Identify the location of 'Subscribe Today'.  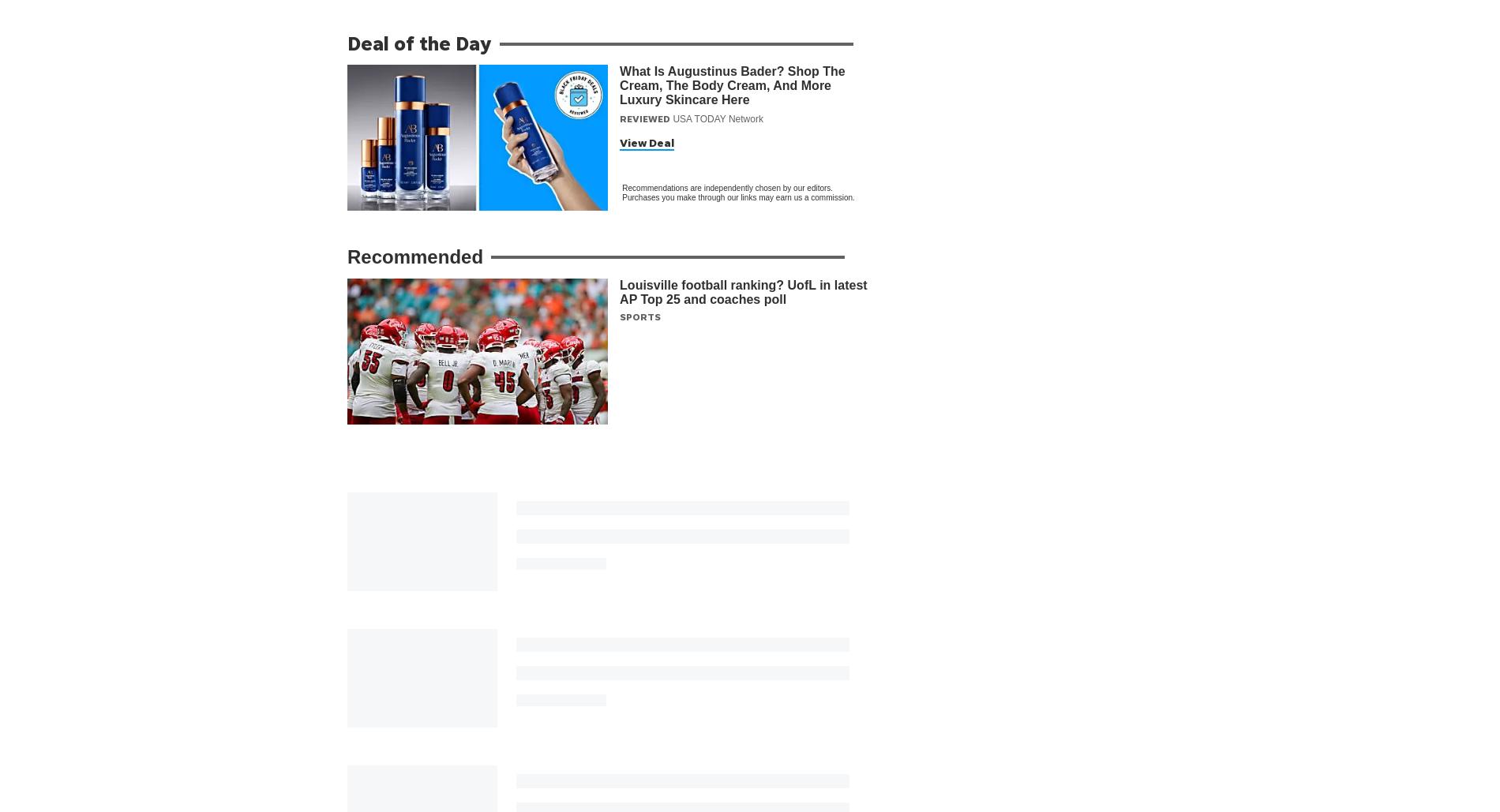
(762, 723).